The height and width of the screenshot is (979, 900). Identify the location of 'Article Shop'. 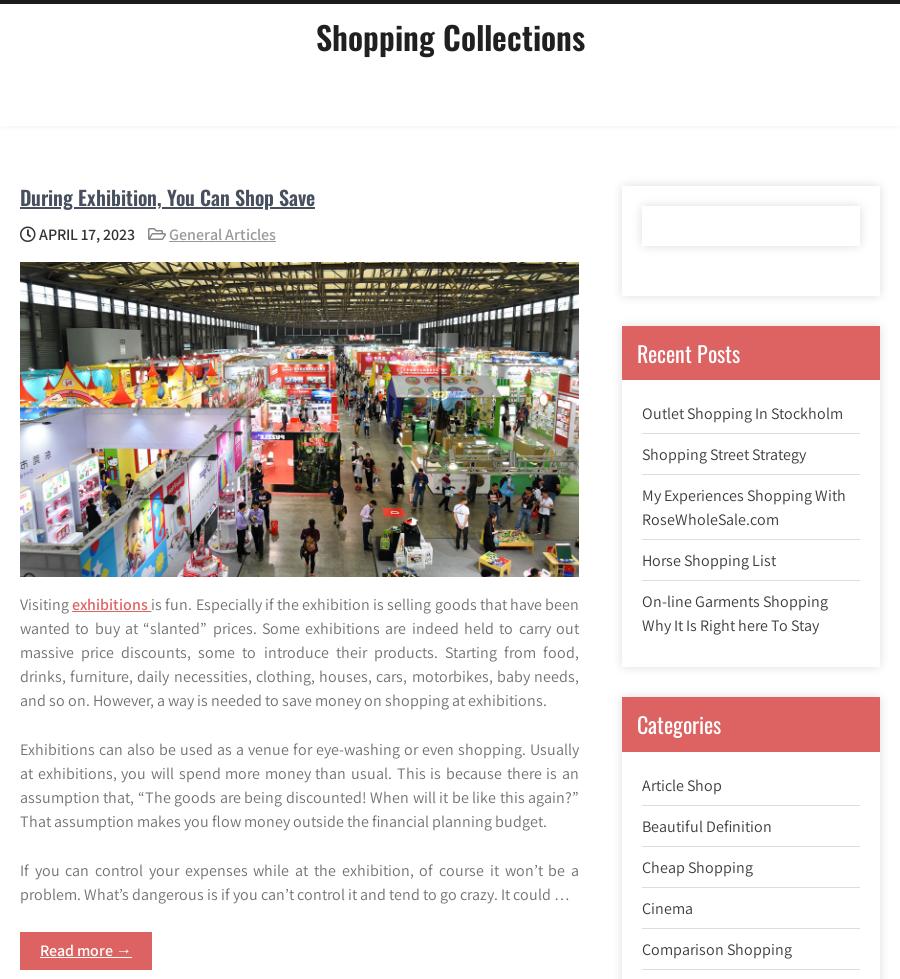
(681, 783).